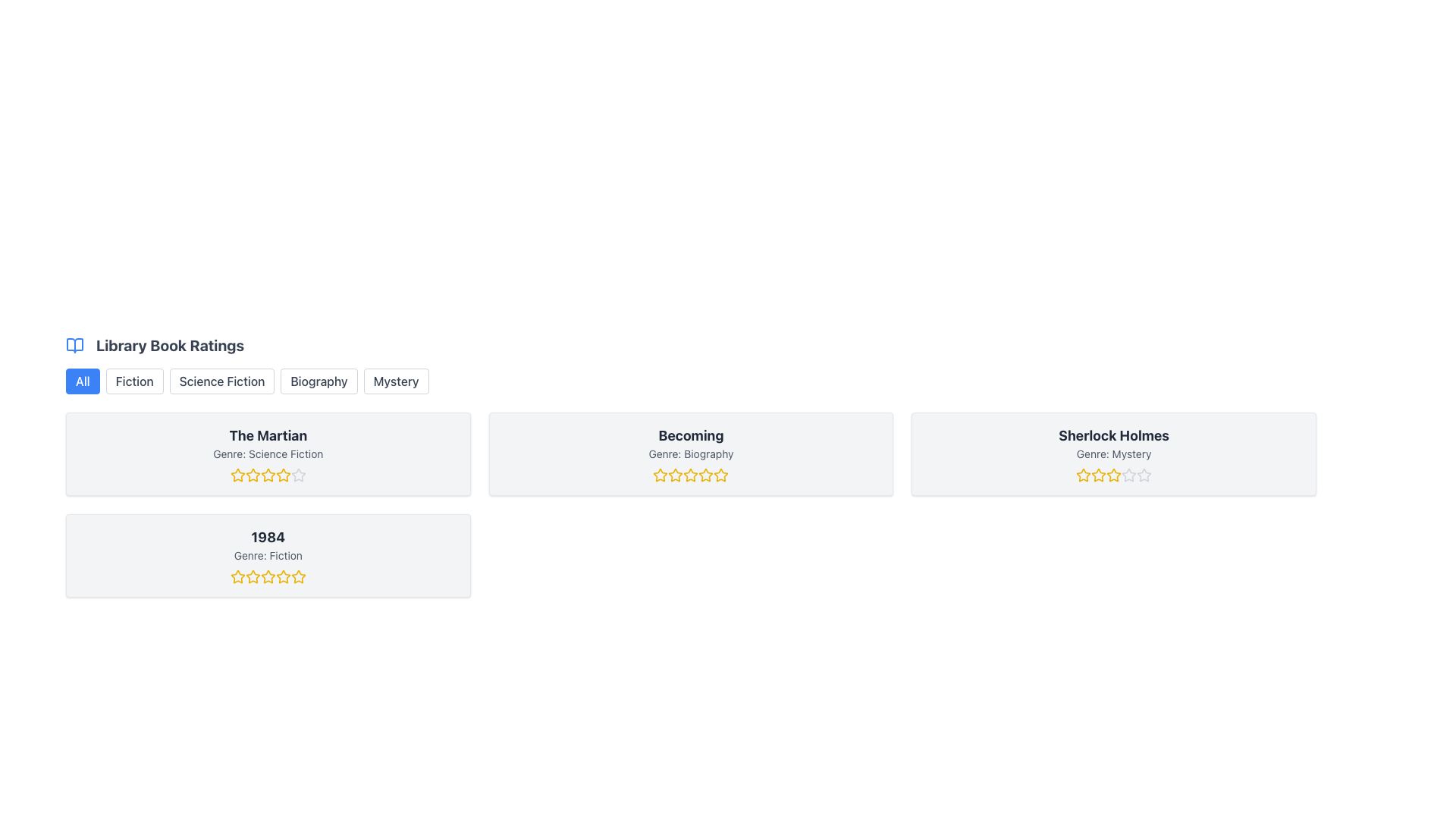 The width and height of the screenshot is (1456, 819). Describe the element at coordinates (720, 475) in the screenshot. I see `the fifth rating star for the book 'Becoming'` at that location.